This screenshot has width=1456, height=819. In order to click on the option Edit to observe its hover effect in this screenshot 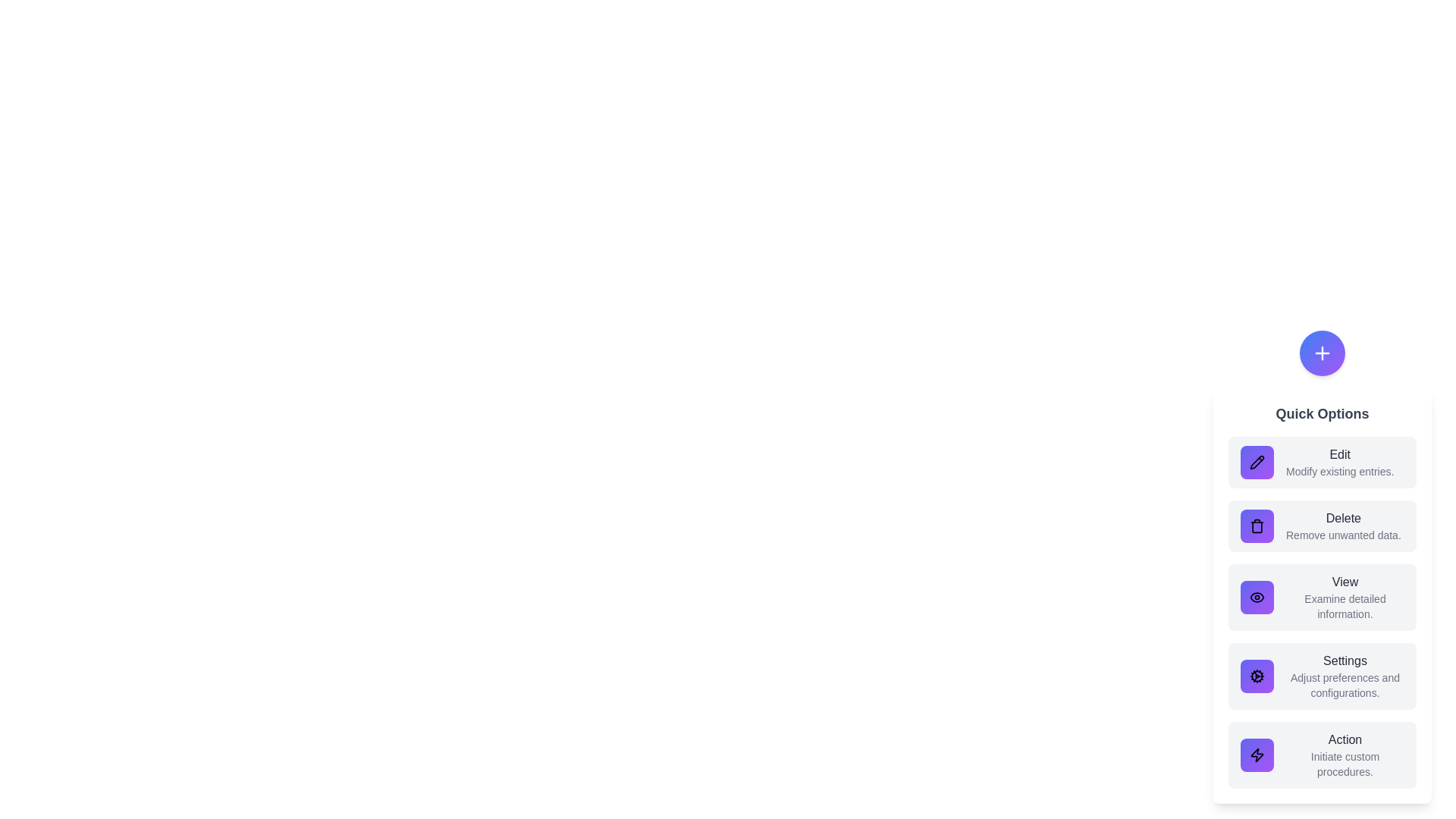, I will do `click(1321, 461)`.